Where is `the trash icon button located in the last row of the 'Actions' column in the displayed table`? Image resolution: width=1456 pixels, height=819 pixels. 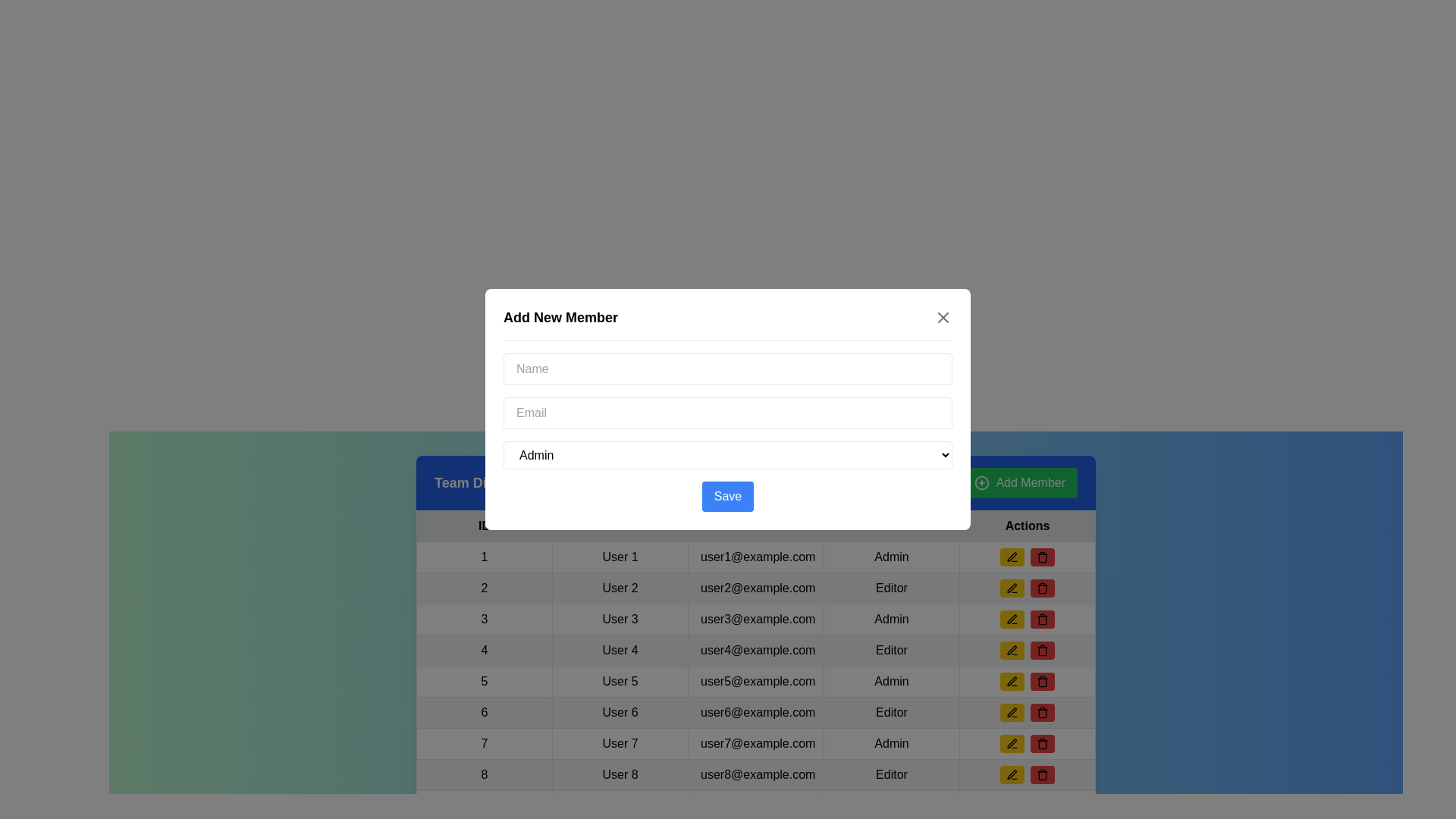
the trash icon button located in the last row of the 'Actions' column in the displayed table is located at coordinates (1041, 775).